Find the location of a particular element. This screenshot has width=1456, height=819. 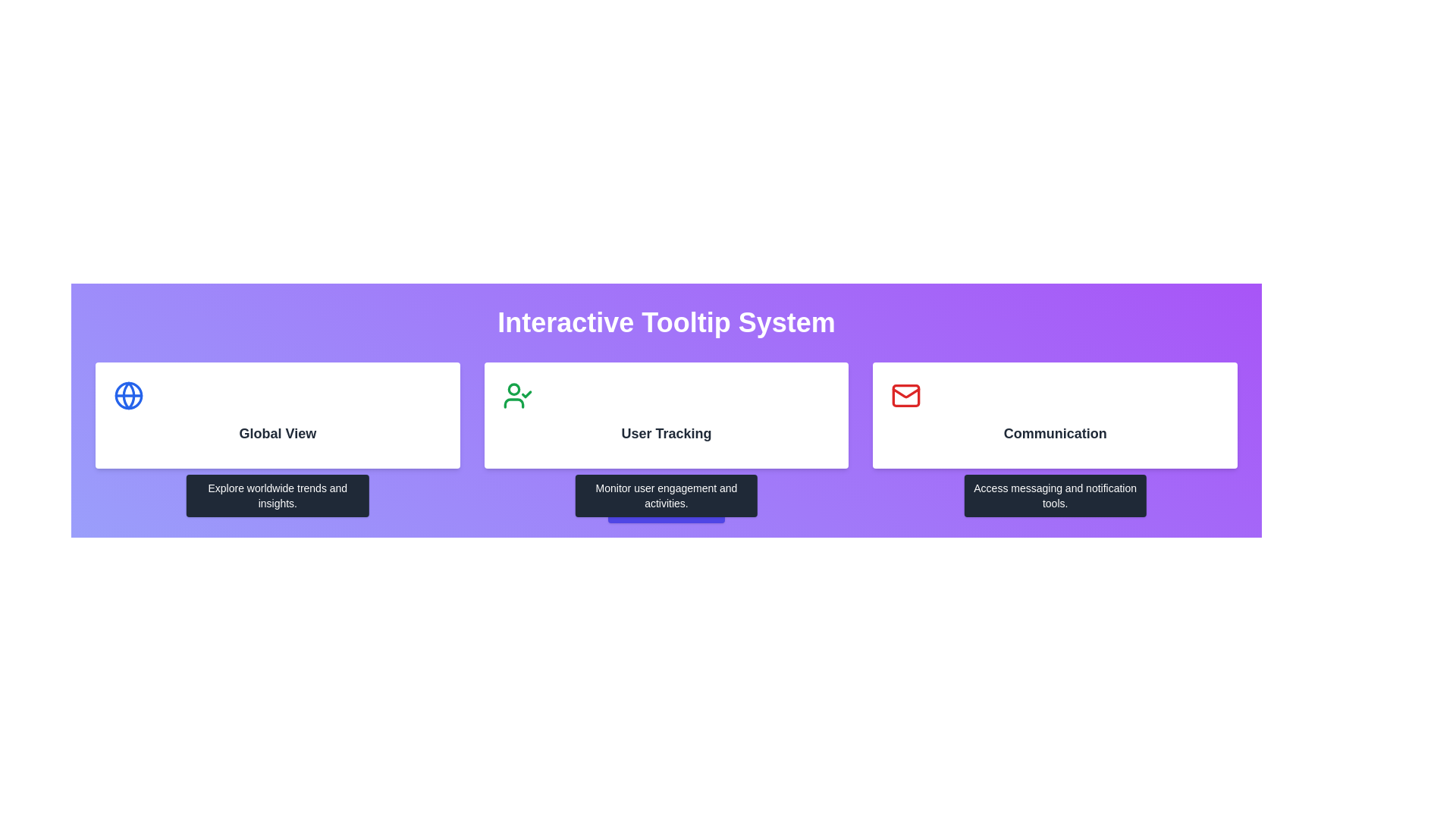

circular element of the 'lucide-user-check' SVG icon, which has a 4-unit radius and is located within the 'User Tracking' card area, for debugging purposes is located at coordinates (513, 388).